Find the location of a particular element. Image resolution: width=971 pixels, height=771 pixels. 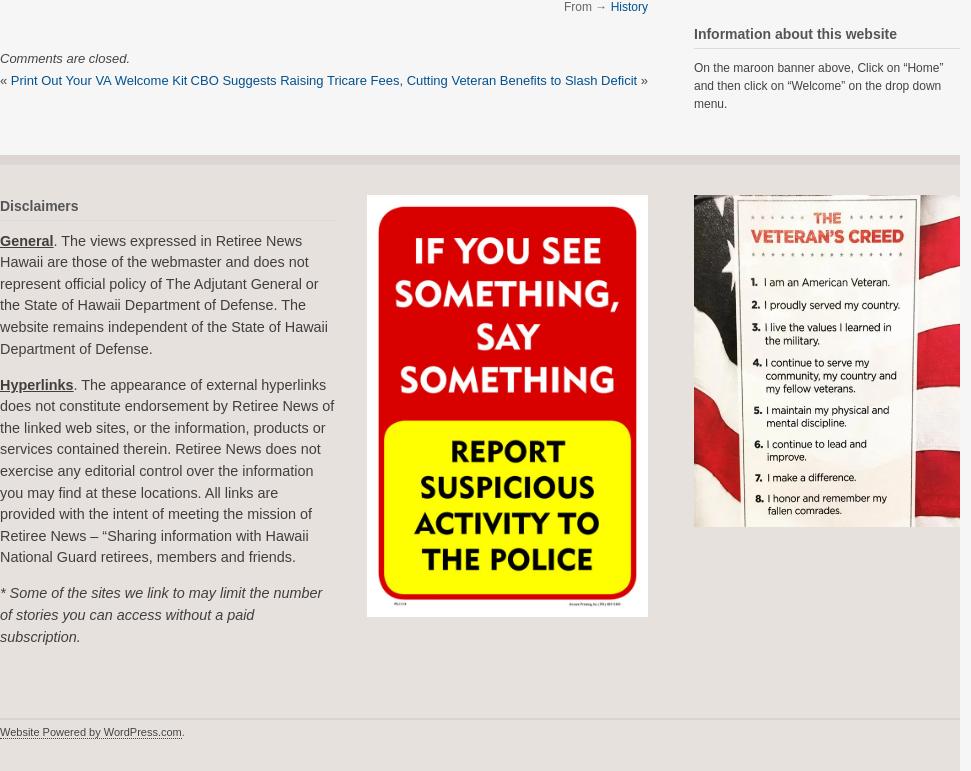

'Disclaimers' is located at coordinates (39, 205).